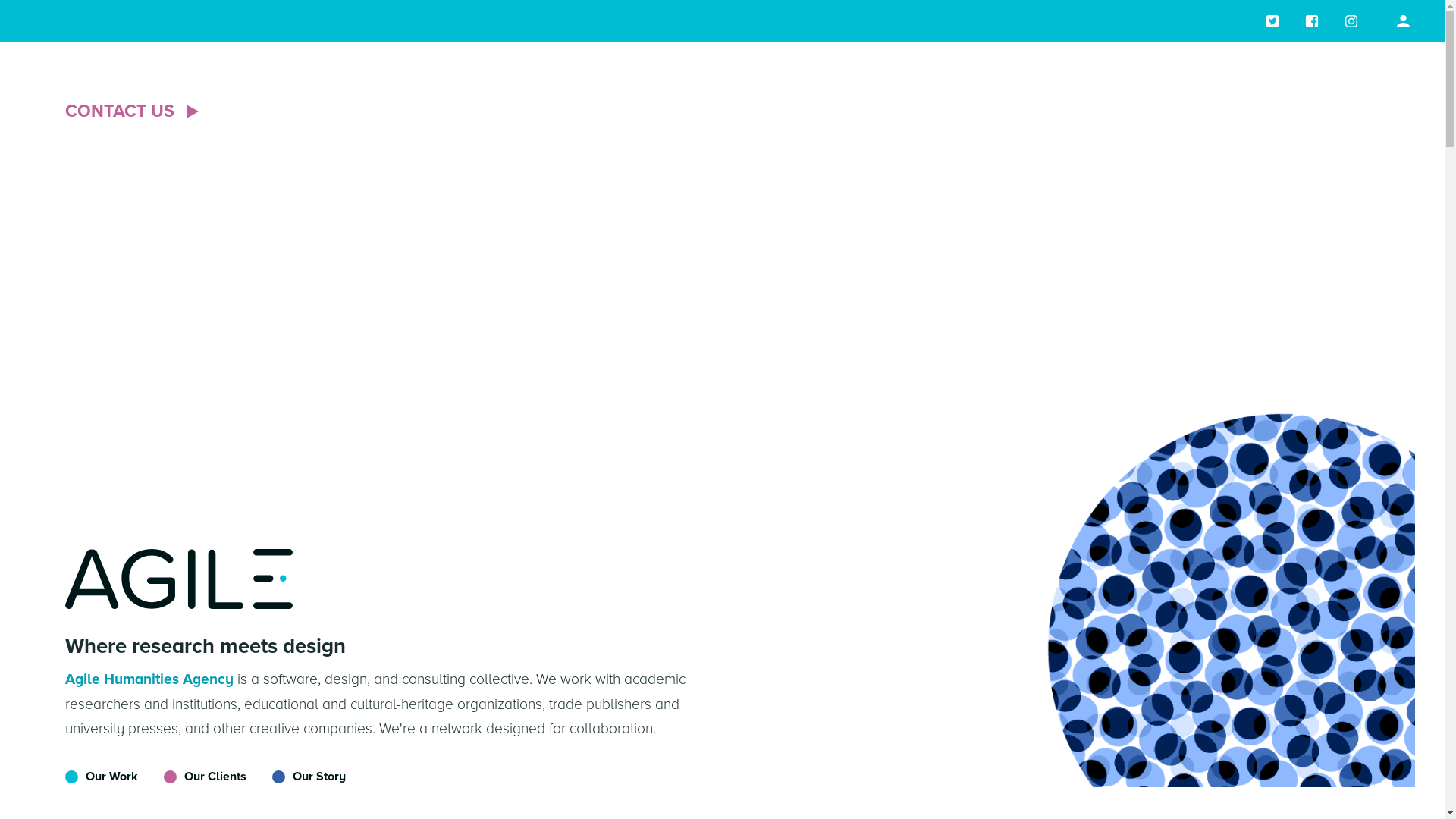 Image resolution: width=1456 pixels, height=819 pixels. Describe the element at coordinates (1310, 20) in the screenshot. I see `'Facebook page'` at that location.